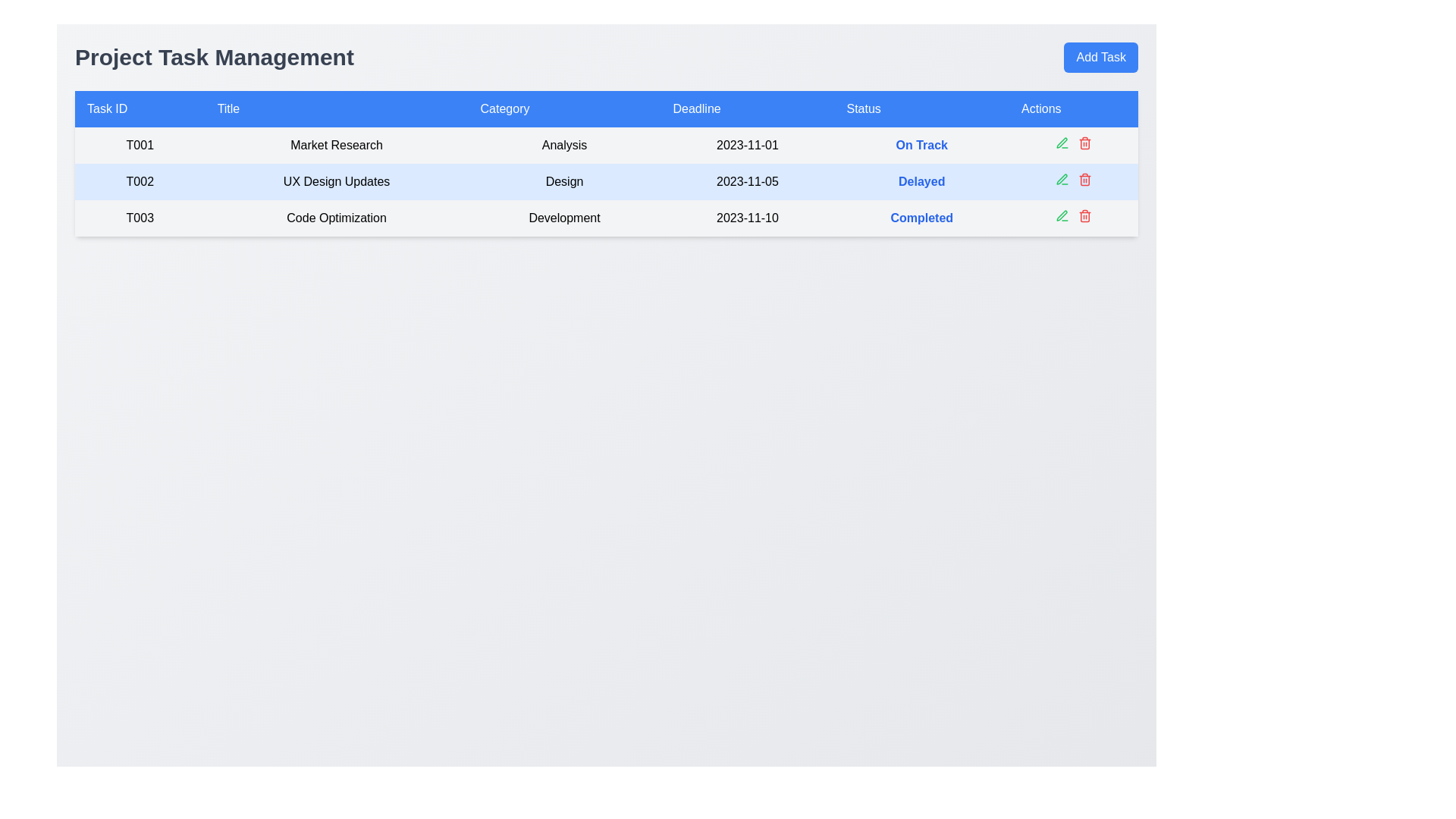  I want to click on text from the table cell displaying the date '2023-11-05' in the second row under the 'Deadline' column, which is center-aligned on a light blue background, so click(747, 180).